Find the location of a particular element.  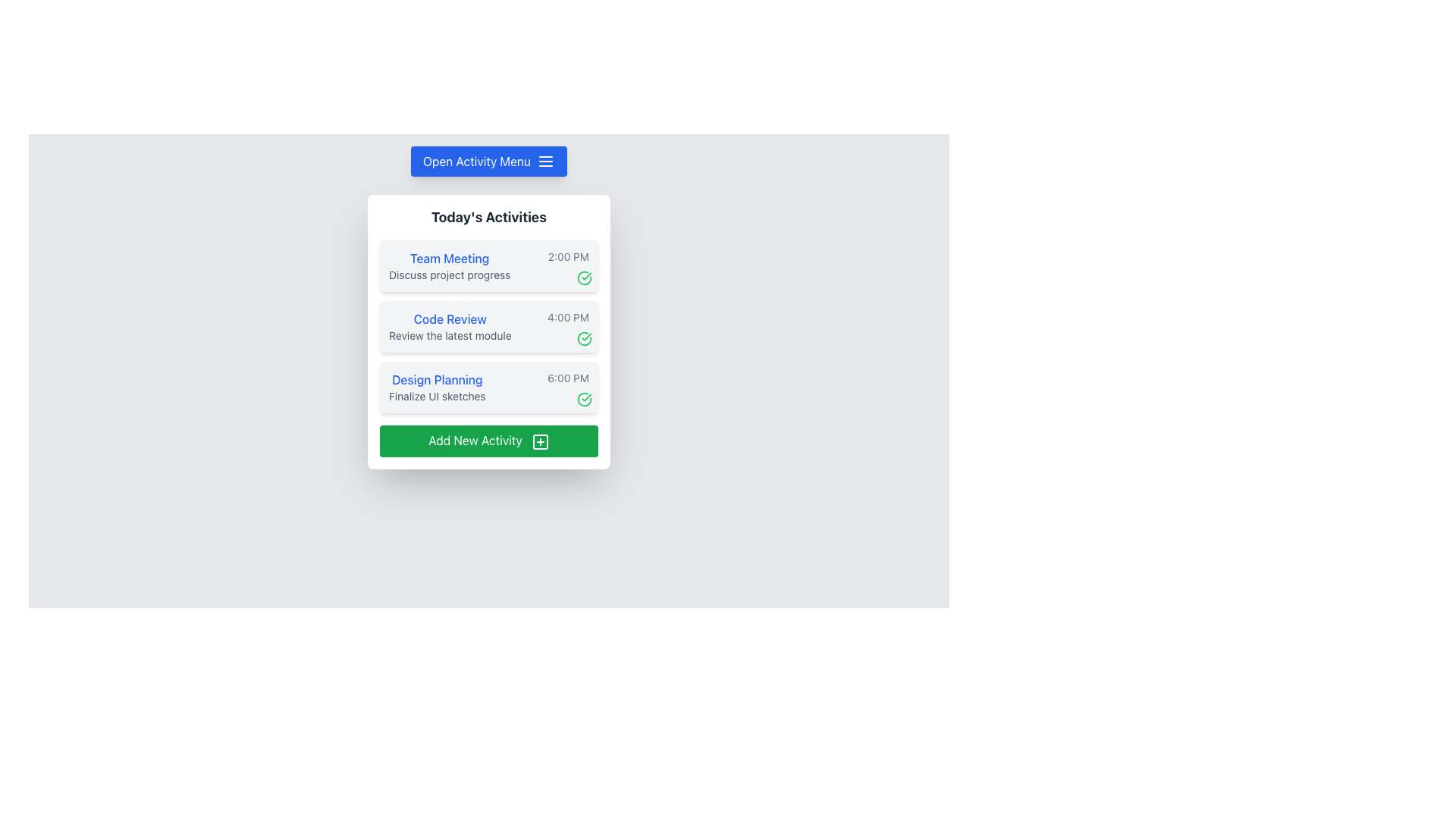

the first activity card titled 'Team Meeting' is located at coordinates (488, 265).